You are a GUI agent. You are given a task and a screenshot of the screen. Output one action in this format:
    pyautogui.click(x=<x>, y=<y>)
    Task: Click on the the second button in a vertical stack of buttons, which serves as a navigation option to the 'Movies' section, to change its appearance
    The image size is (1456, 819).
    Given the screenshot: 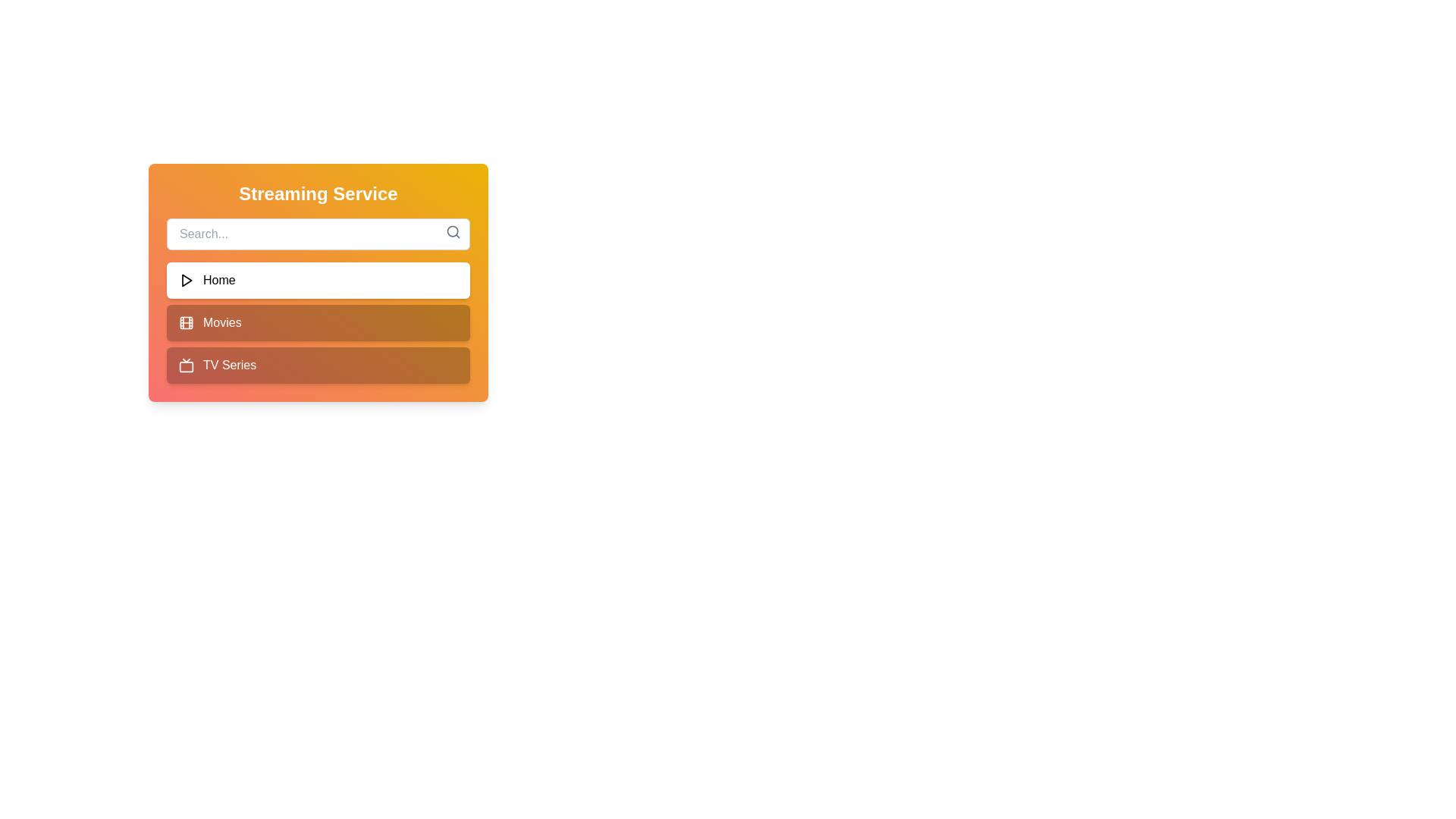 What is the action you would take?
    pyautogui.click(x=318, y=322)
    